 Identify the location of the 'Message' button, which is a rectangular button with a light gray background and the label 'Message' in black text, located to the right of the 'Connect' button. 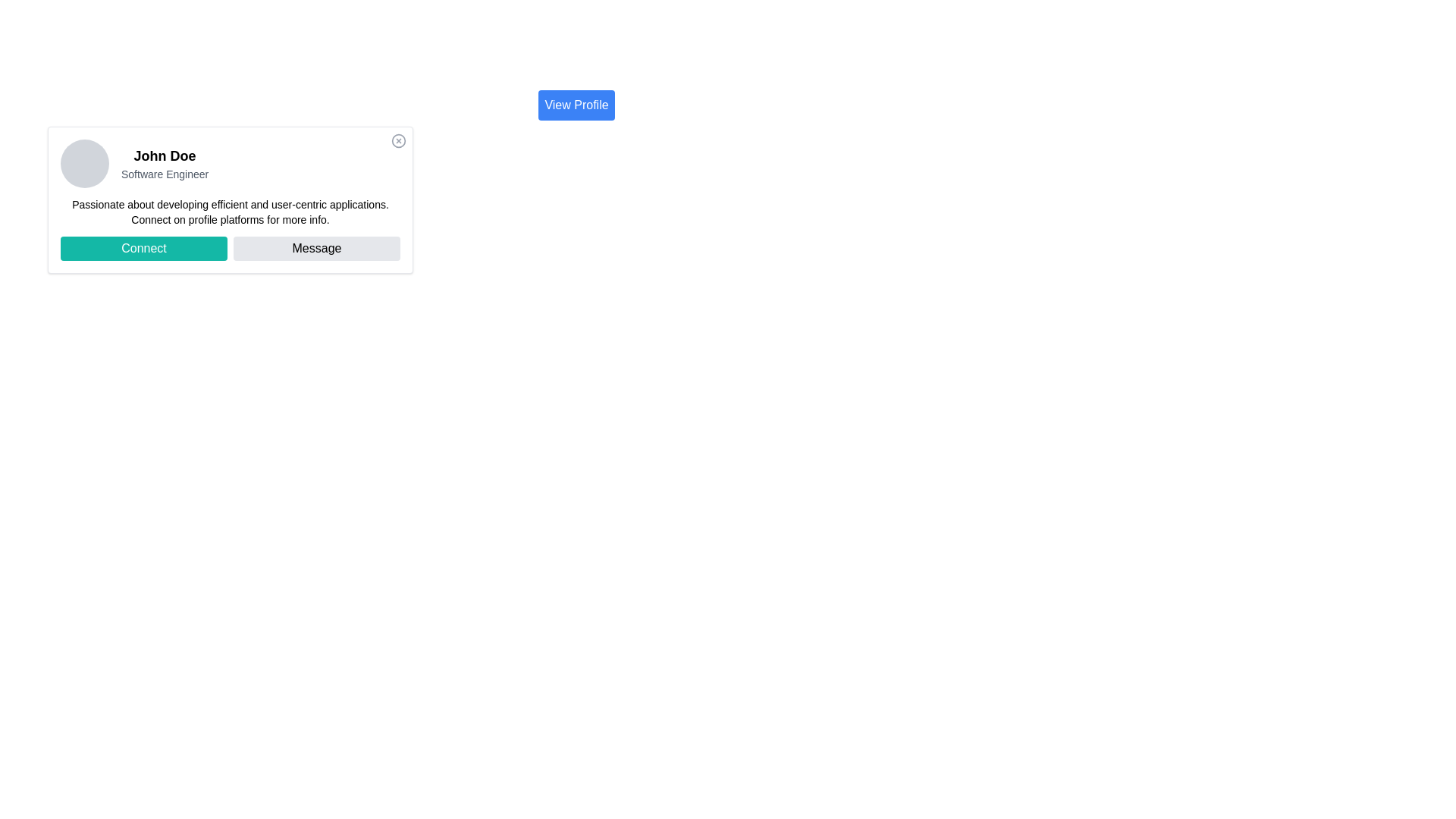
(315, 247).